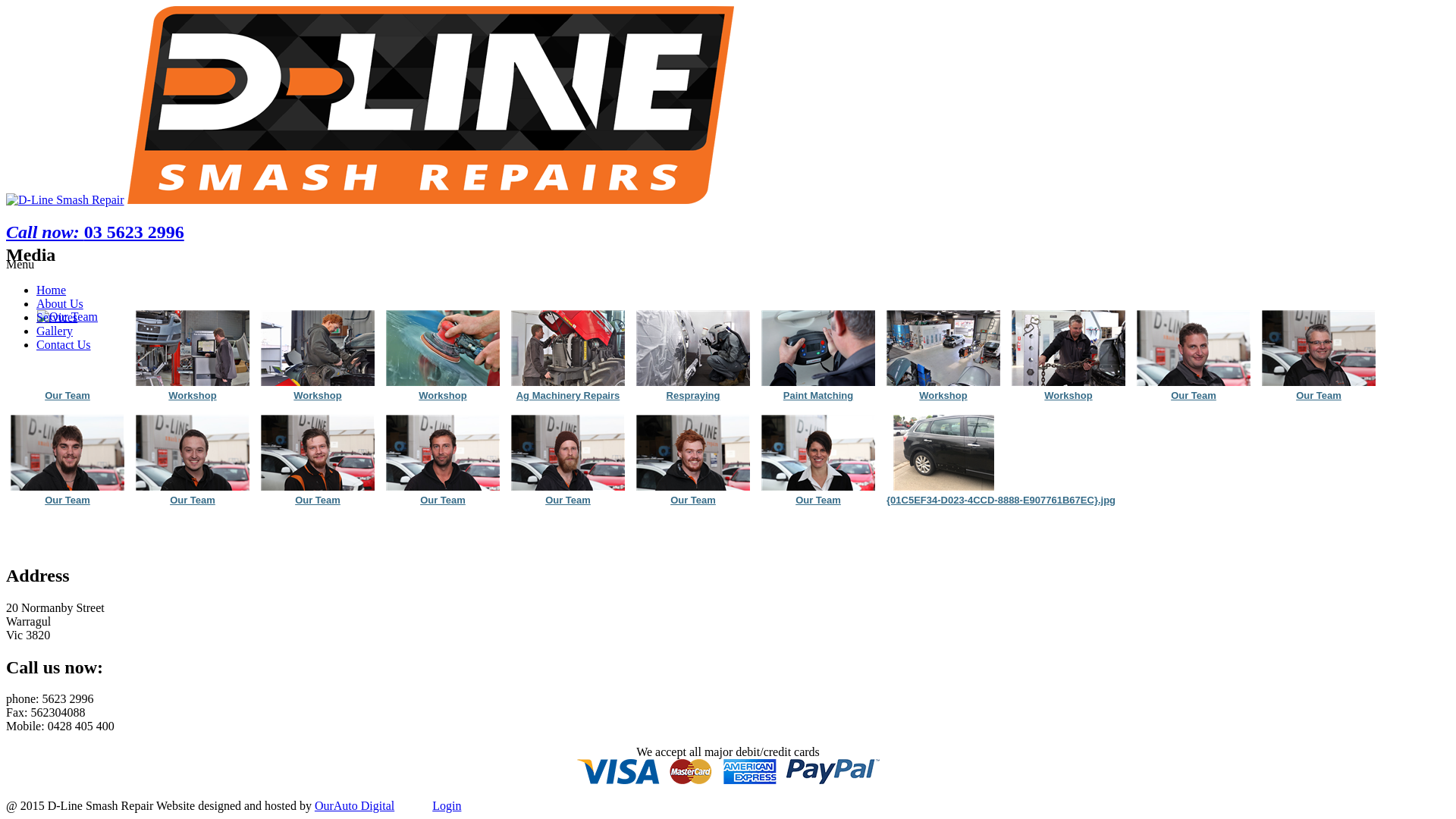 The height and width of the screenshot is (819, 1456). I want to click on 'Call now: 03 5623 2996', so click(94, 231).